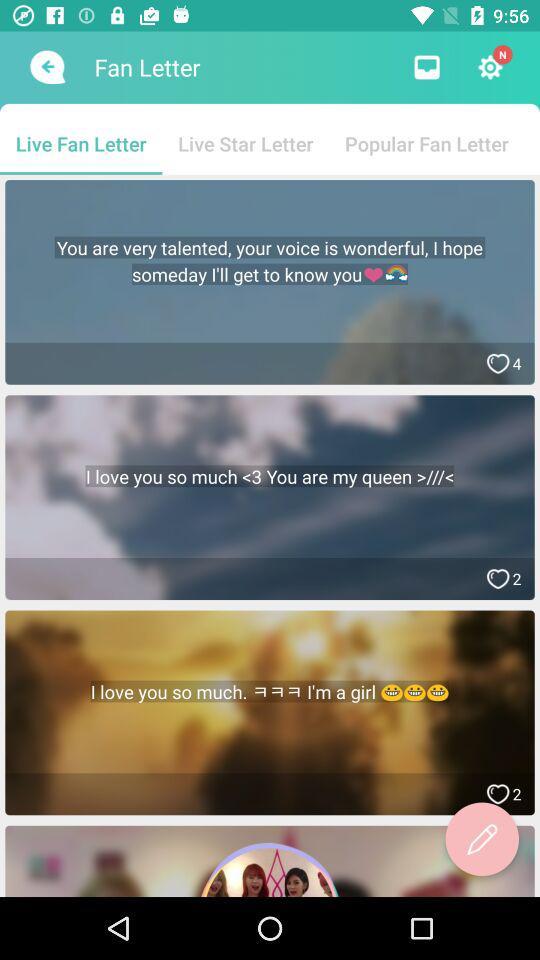  Describe the element at coordinates (481, 839) in the screenshot. I see `write` at that location.